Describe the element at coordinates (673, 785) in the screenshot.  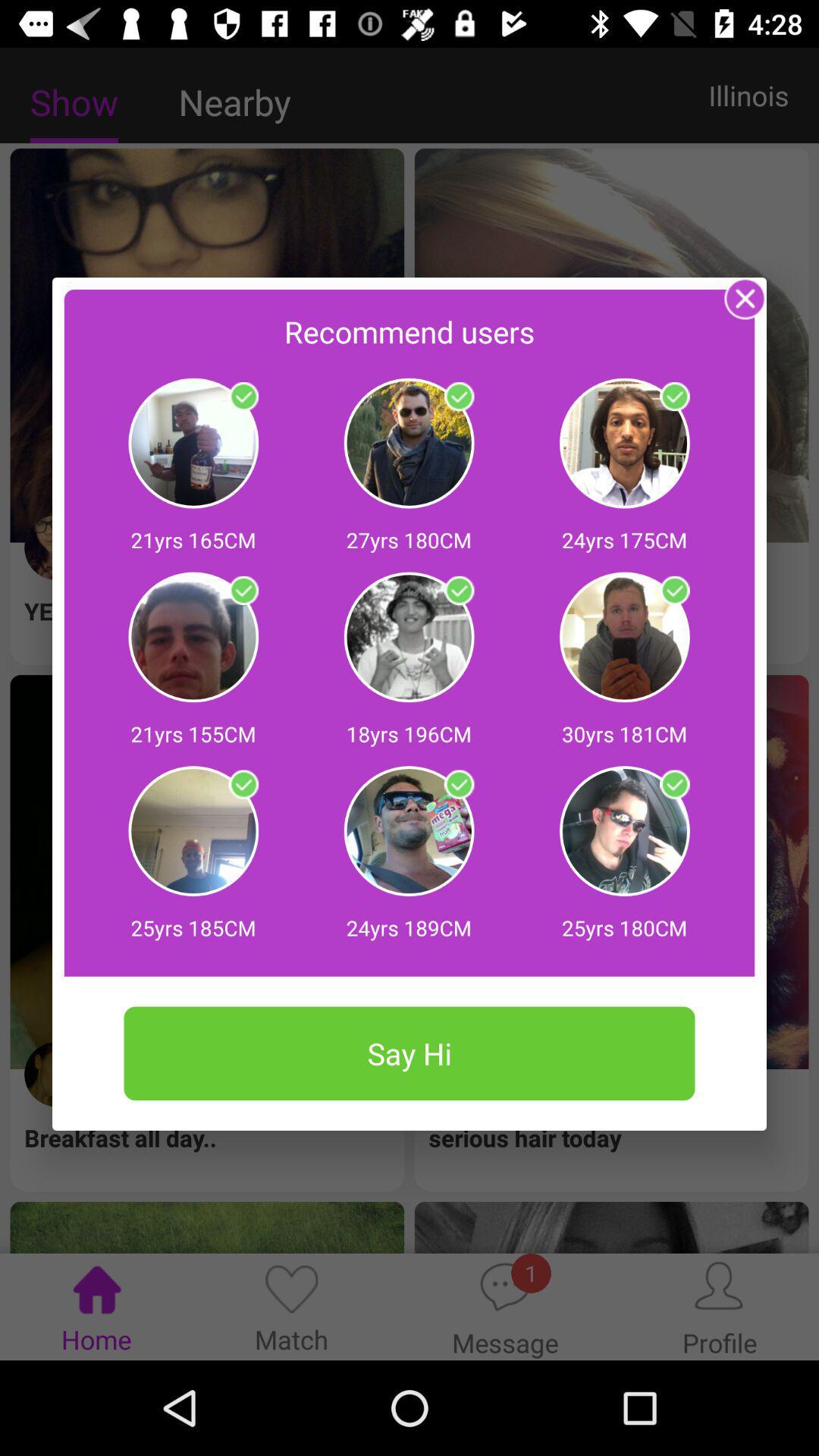
I see `check out the user profile` at that location.